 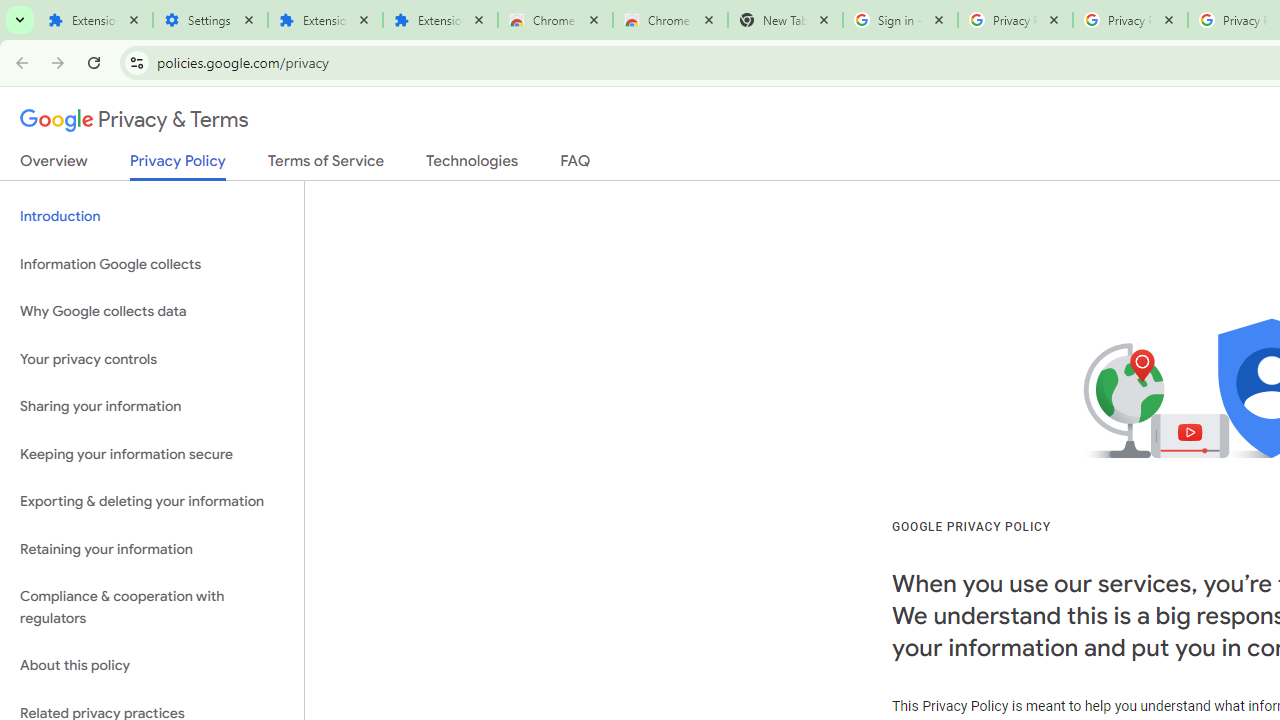 What do you see at coordinates (151, 549) in the screenshot?
I see `'Retaining your information'` at bounding box center [151, 549].